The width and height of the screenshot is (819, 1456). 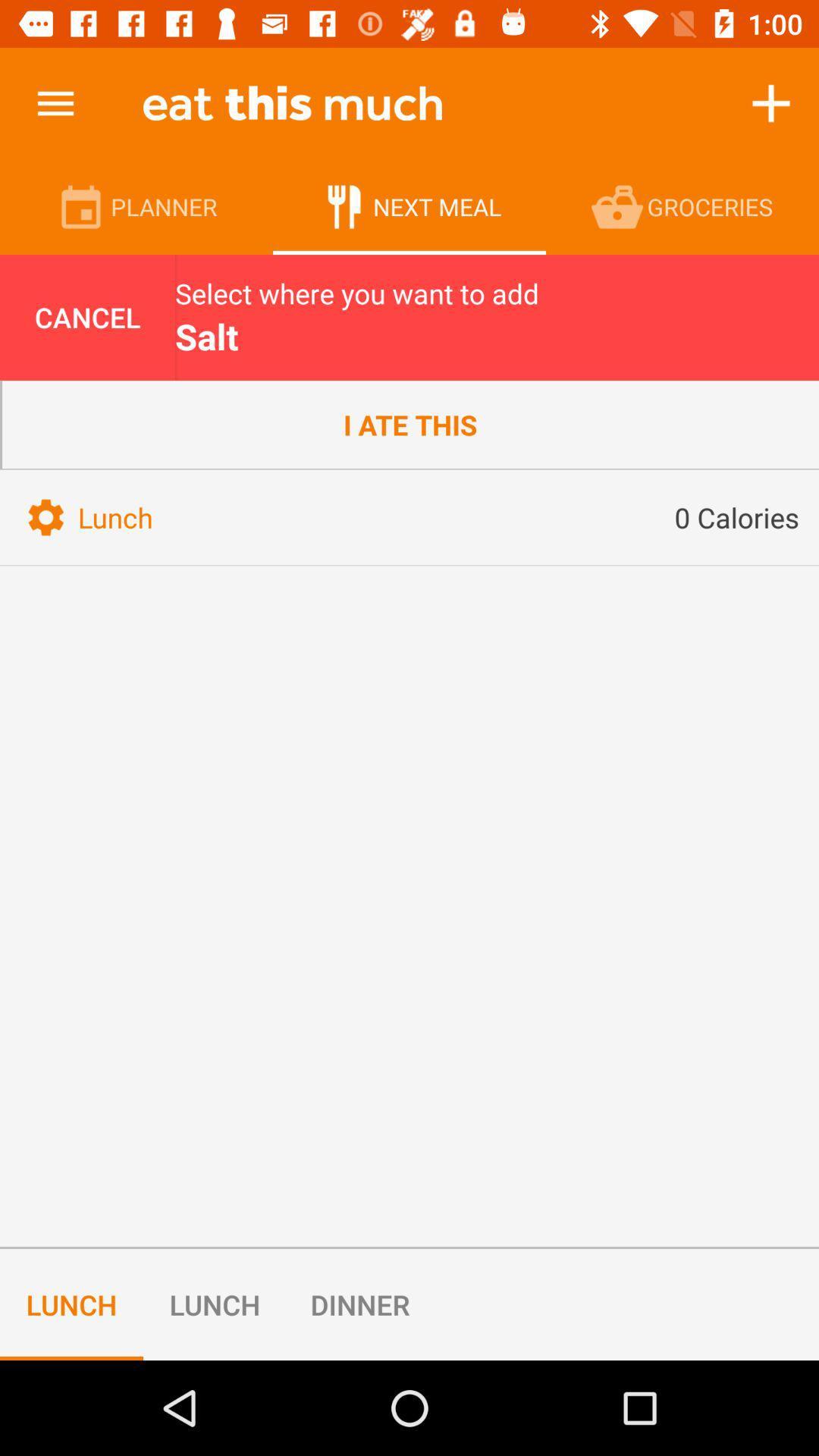 What do you see at coordinates (620, 206) in the screenshot?
I see `the icon at the left side of groceries` at bounding box center [620, 206].